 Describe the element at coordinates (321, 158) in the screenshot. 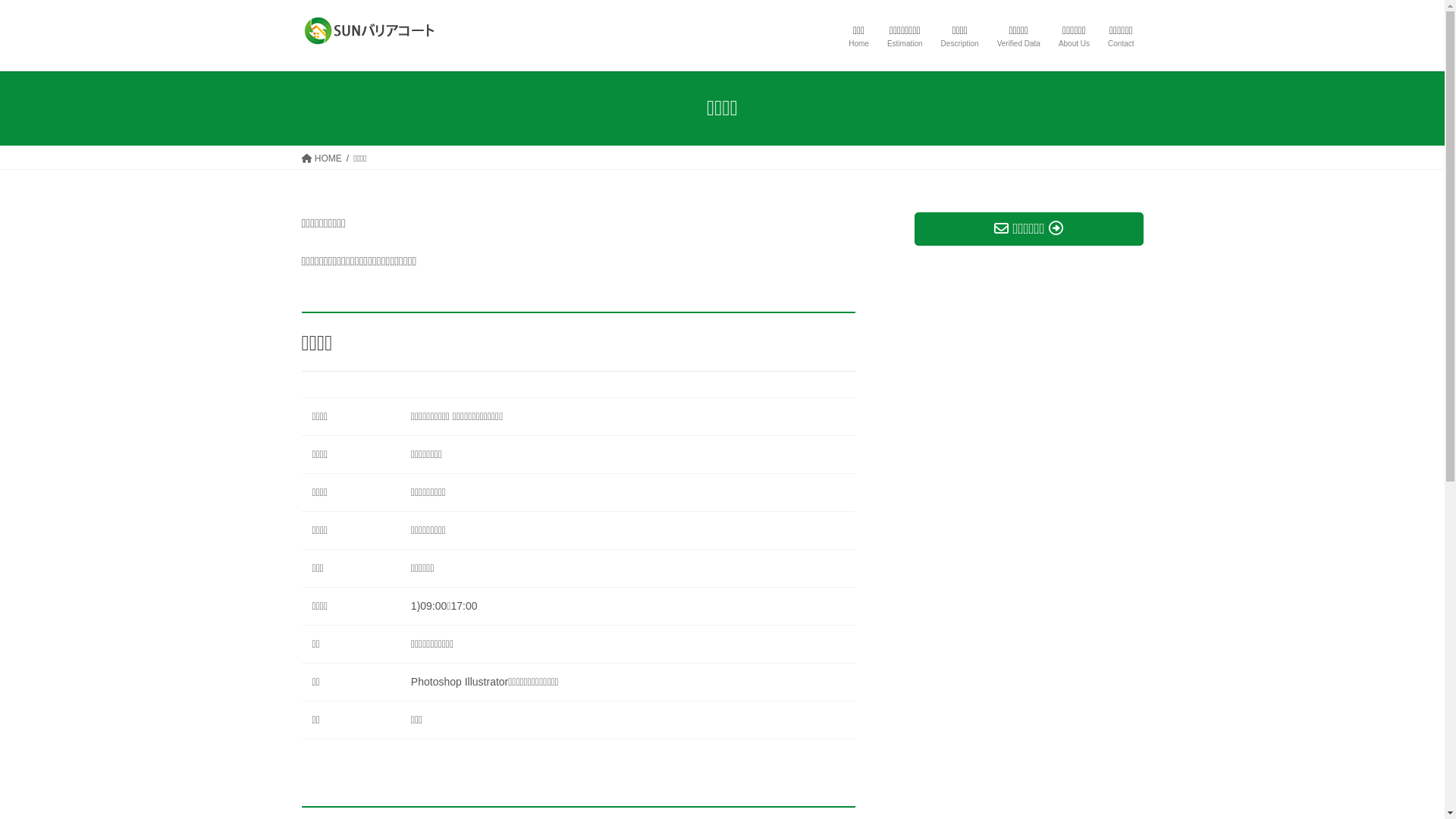

I see `'HOME'` at that location.